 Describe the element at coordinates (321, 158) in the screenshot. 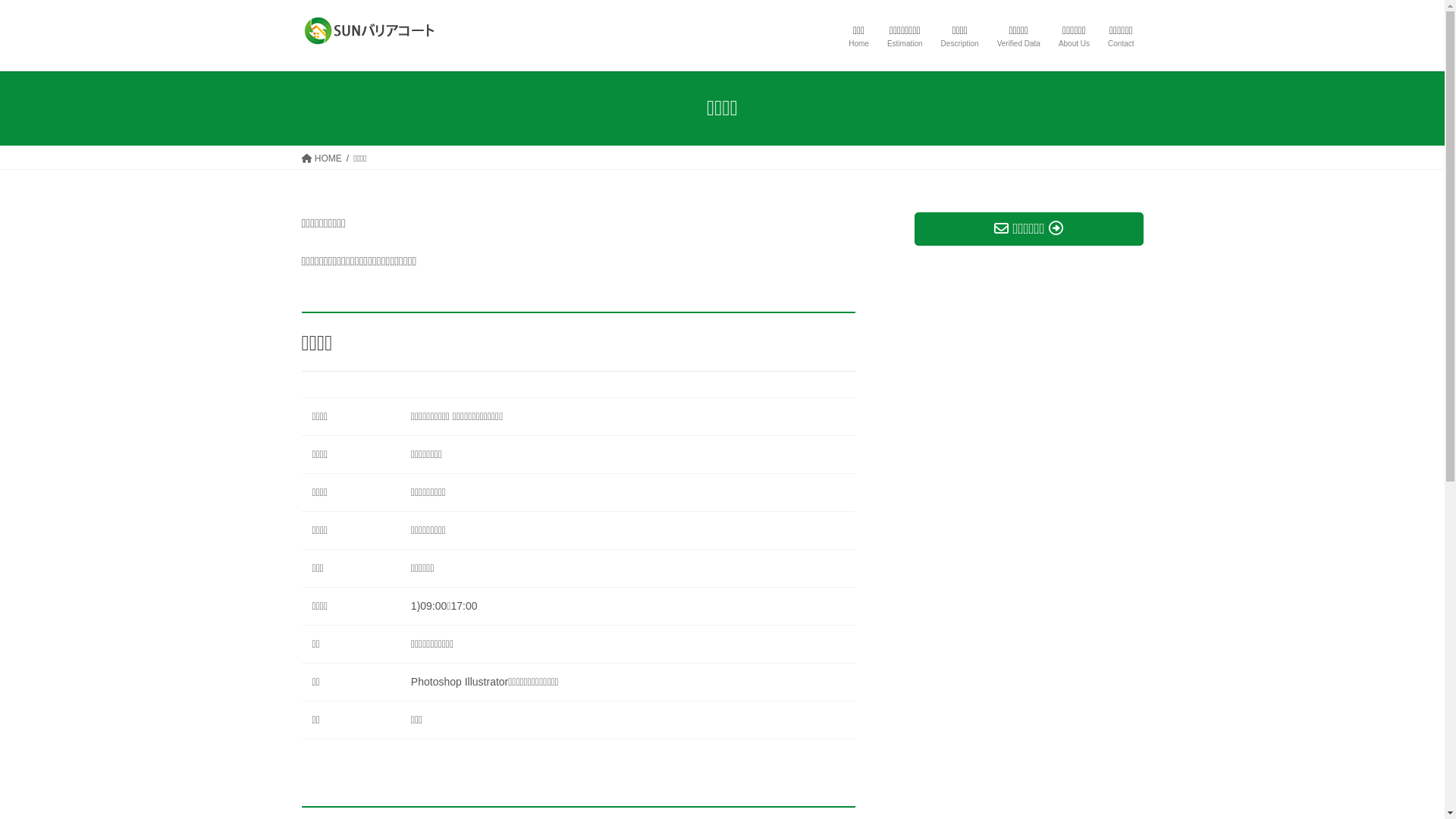

I see `'HOME'` at that location.